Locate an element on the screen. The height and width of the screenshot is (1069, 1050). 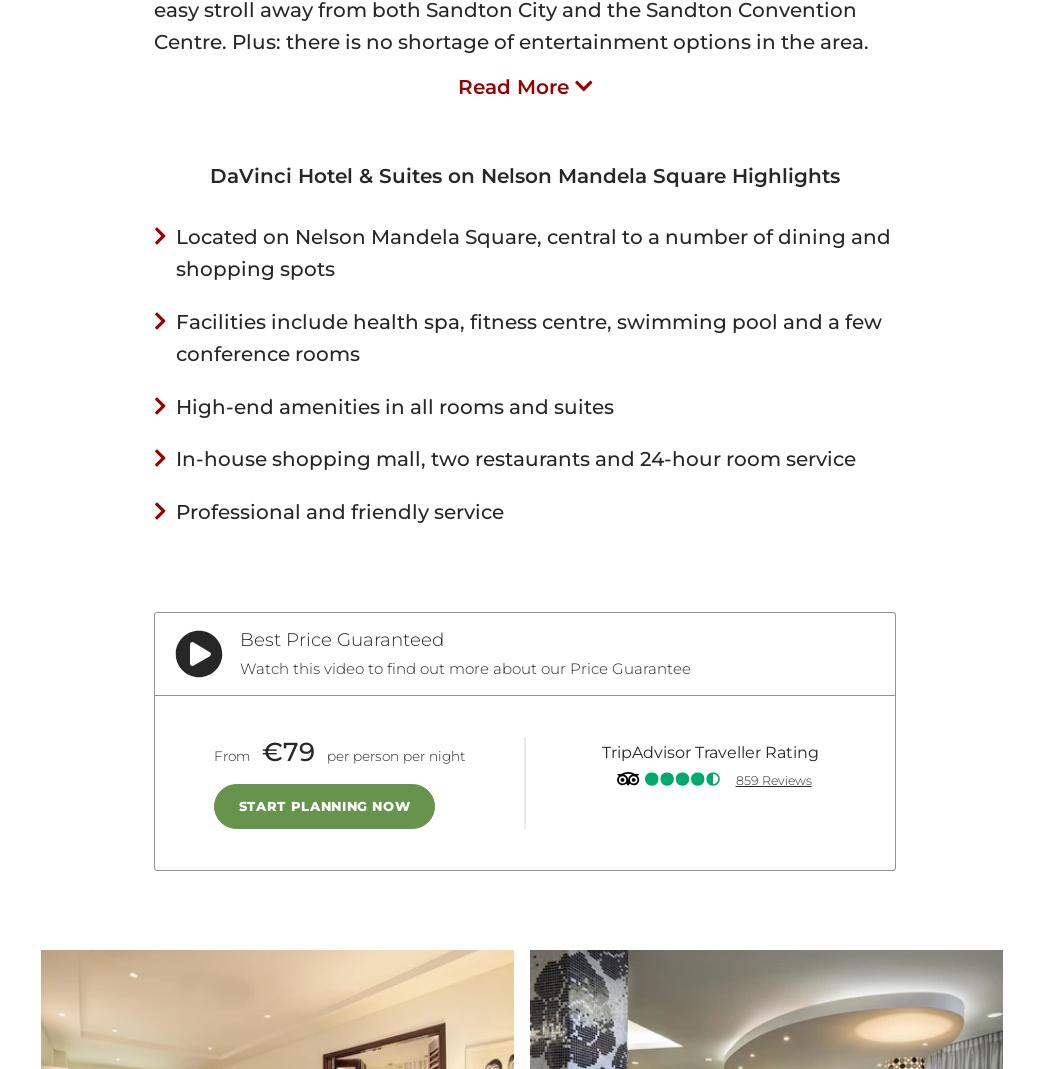
'DaVinci Hotel & Suites on Nelson Mandela Square Highlights' is located at coordinates (522, 174).